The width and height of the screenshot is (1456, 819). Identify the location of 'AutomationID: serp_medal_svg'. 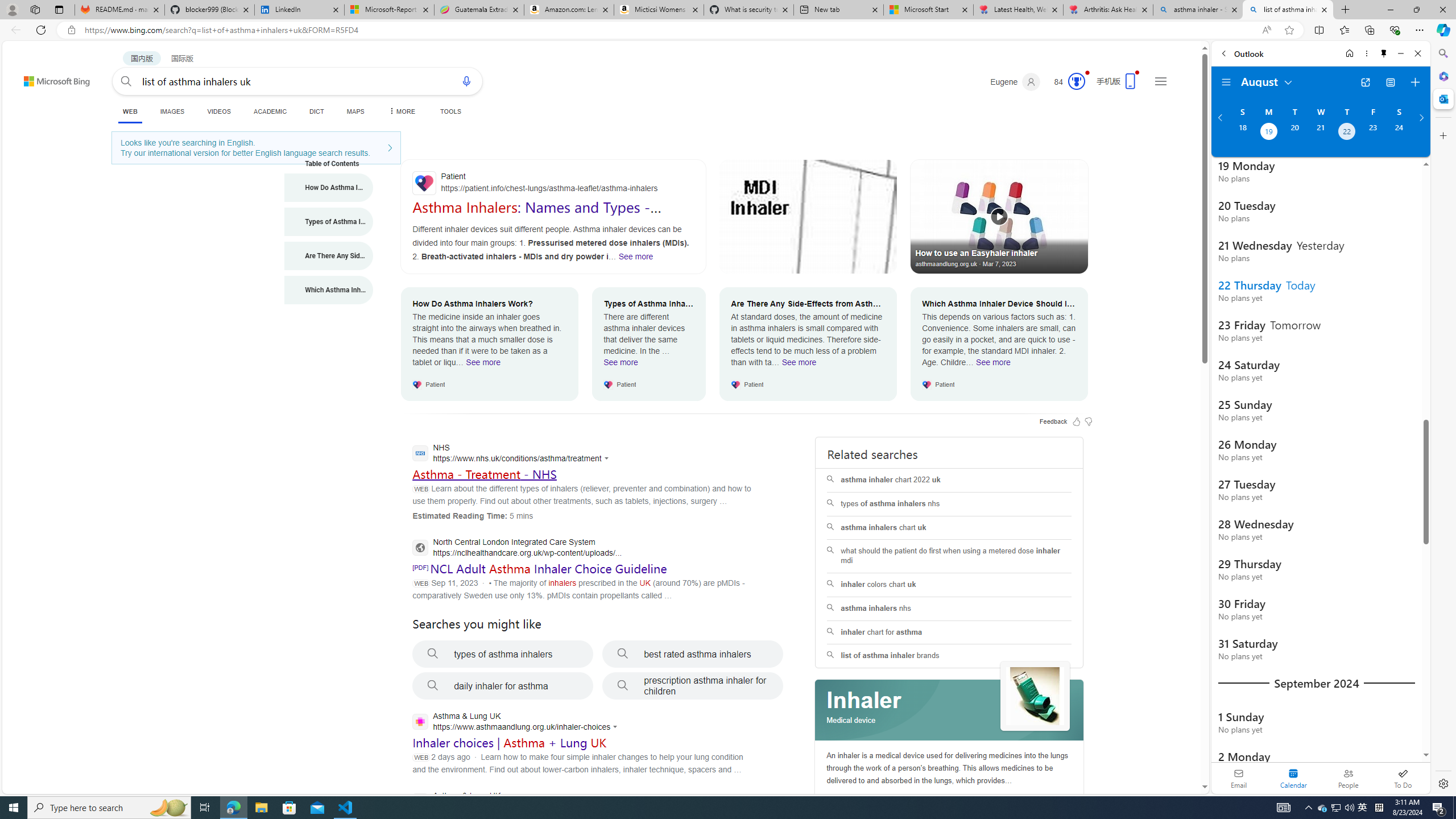
(1076, 80).